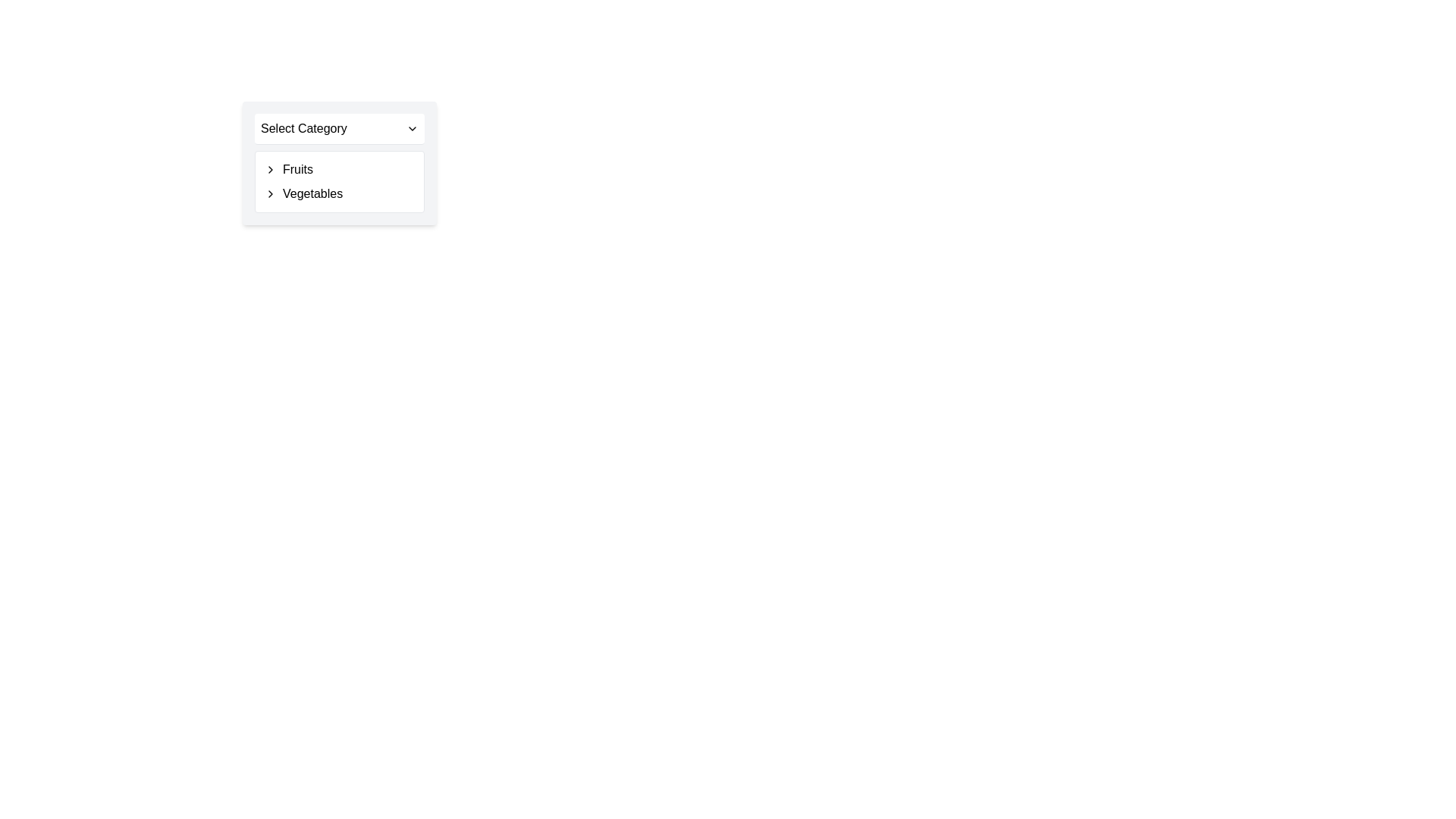 The width and height of the screenshot is (1456, 819). Describe the element at coordinates (270, 169) in the screenshot. I see `the Chevron Icon indicating expandable content next to the 'Fruits' text in the dropdown menu` at that location.